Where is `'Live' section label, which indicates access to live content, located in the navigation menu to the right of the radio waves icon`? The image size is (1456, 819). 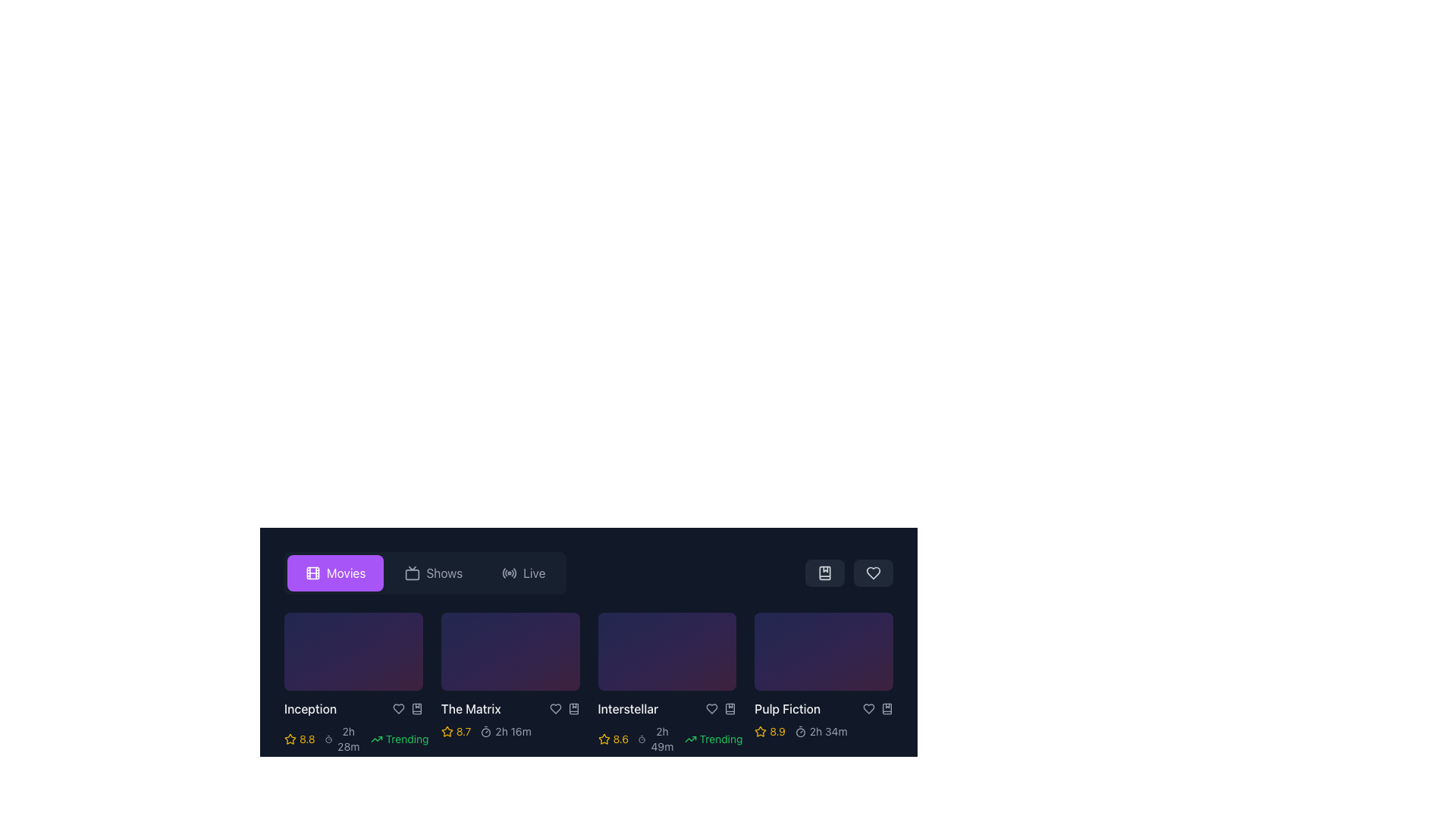
'Live' section label, which indicates access to live content, located in the navigation menu to the right of the radio waves icon is located at coordinates (534, 573).